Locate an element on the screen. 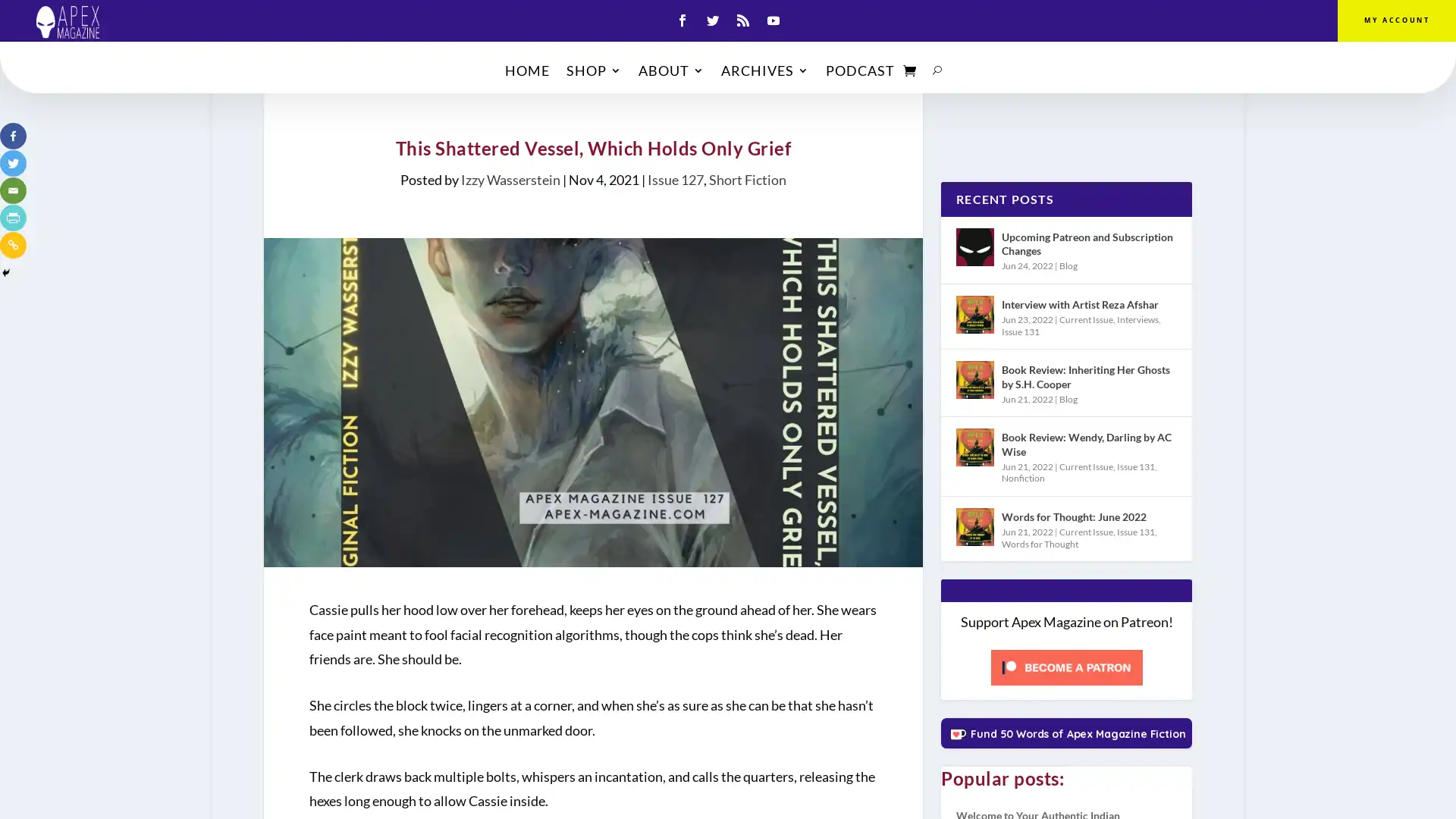  Subscribe Now is located at coordinates (728, 467).